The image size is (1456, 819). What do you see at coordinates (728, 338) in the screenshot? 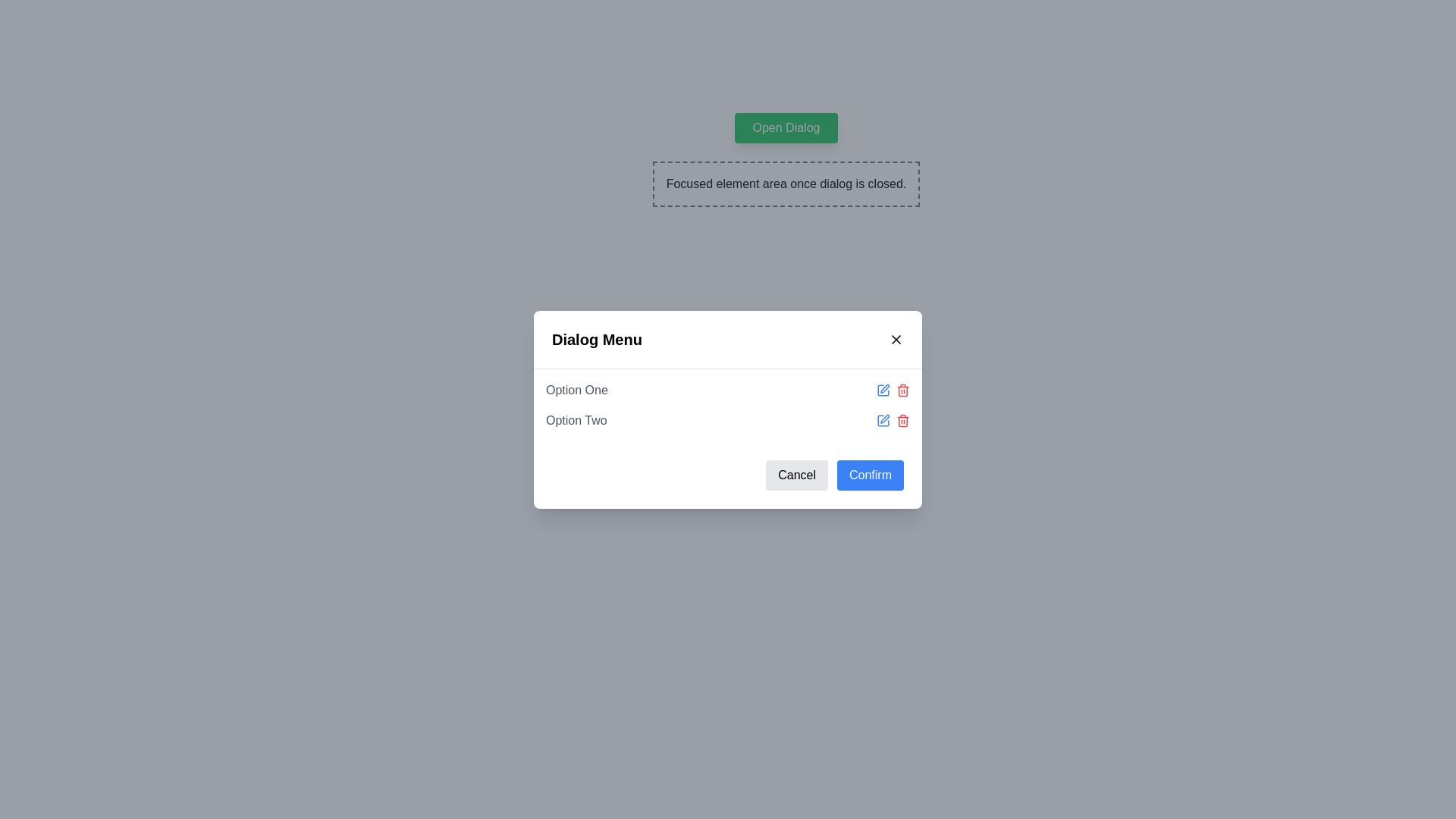
I see `the dialog box header indicating 'Dialog Menu' to emphasize the title of the dialog` at bounding box center [728, 338].